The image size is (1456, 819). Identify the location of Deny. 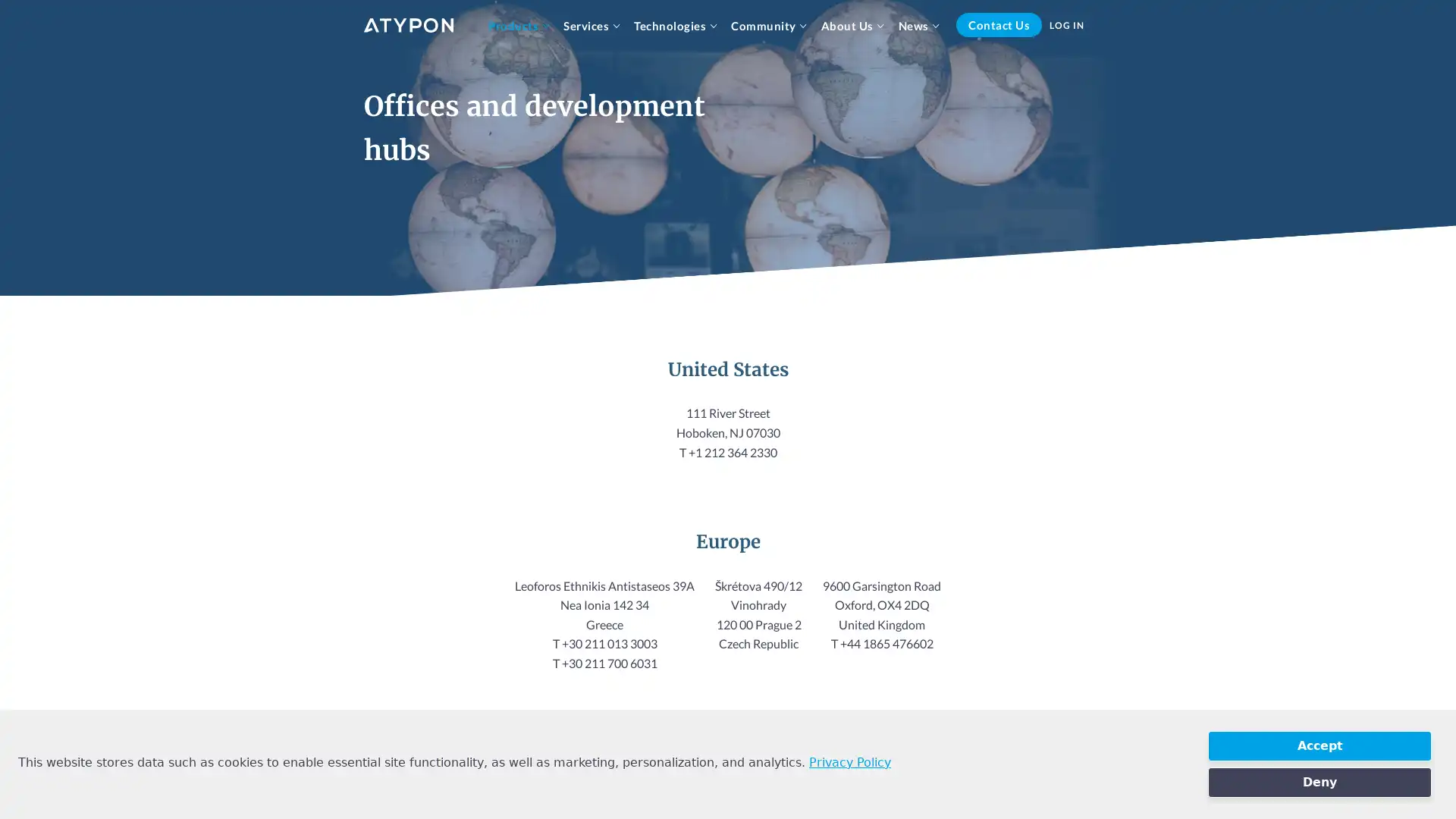
(1319, 783).